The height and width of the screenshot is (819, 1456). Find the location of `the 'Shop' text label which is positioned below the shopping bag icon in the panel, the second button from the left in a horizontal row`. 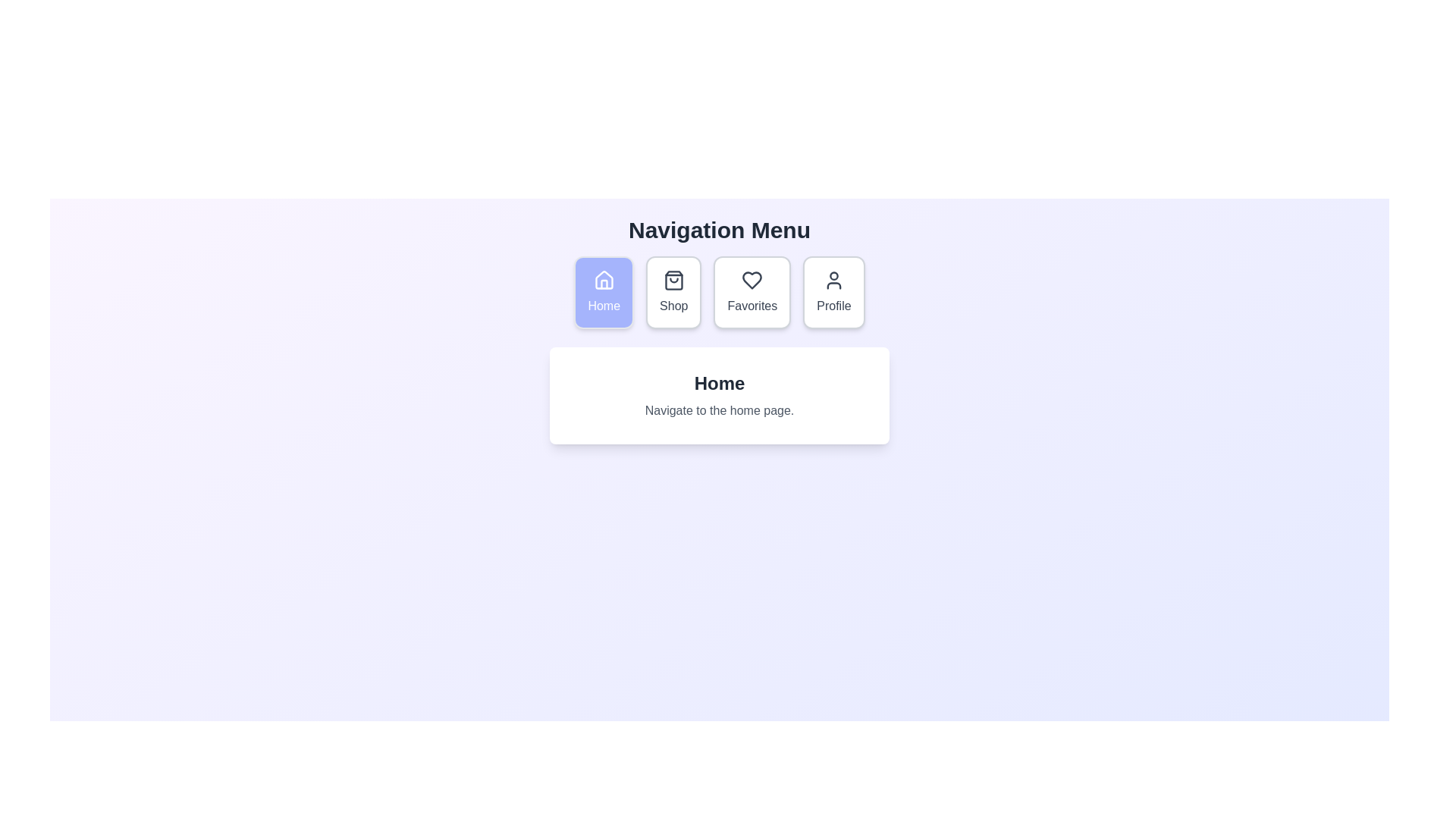

the 'Shop' text label which is positioned below the shopping bag icon in the panel, the second button from the left in a horizontal row is located at coordinates (673, 306).